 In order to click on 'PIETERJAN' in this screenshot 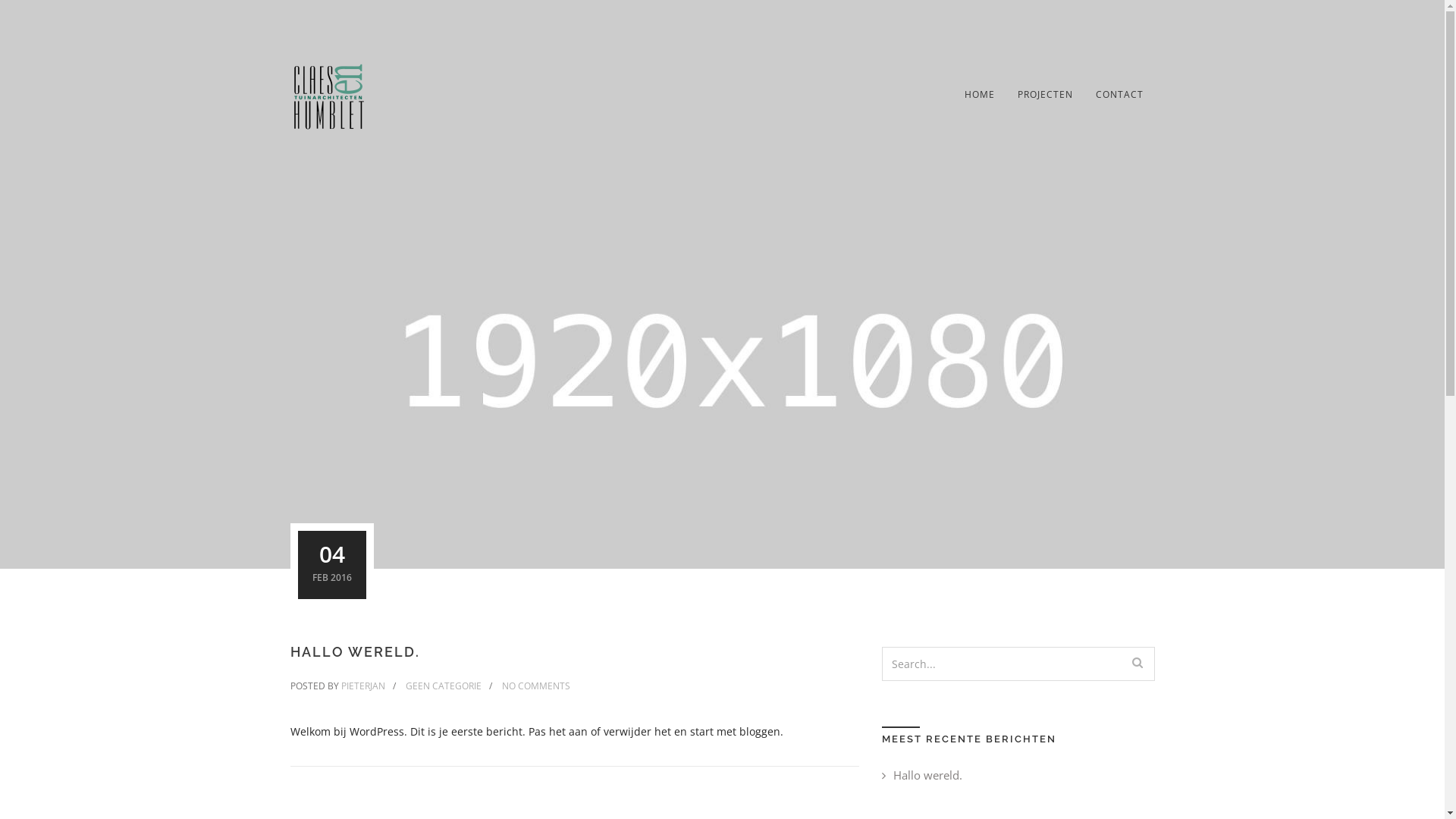, I will do `click(362, 686)`.